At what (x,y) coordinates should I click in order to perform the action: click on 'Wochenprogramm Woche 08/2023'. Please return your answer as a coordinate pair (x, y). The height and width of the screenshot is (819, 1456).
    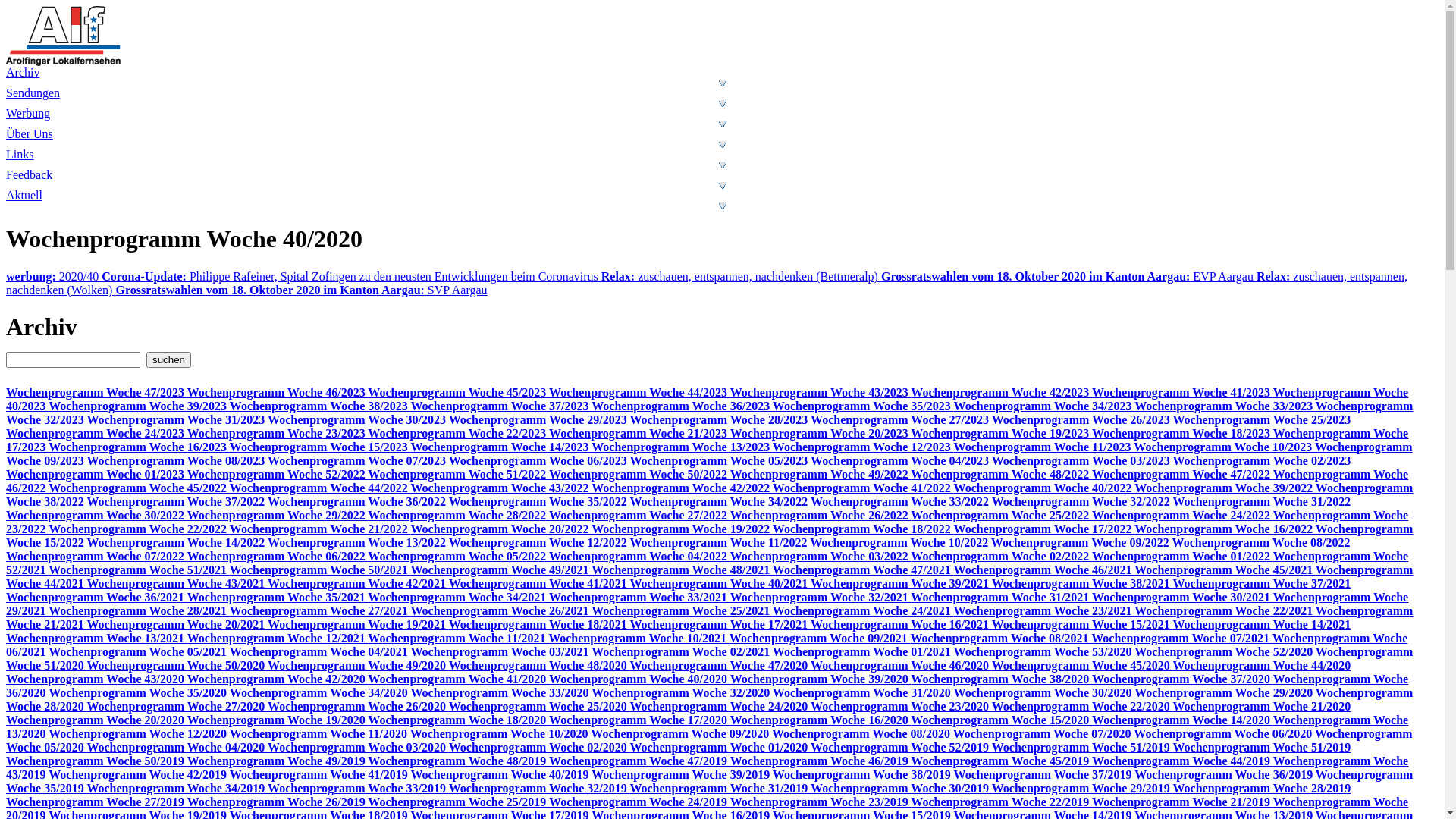
    Looking at the image, I should click on (177, 460).